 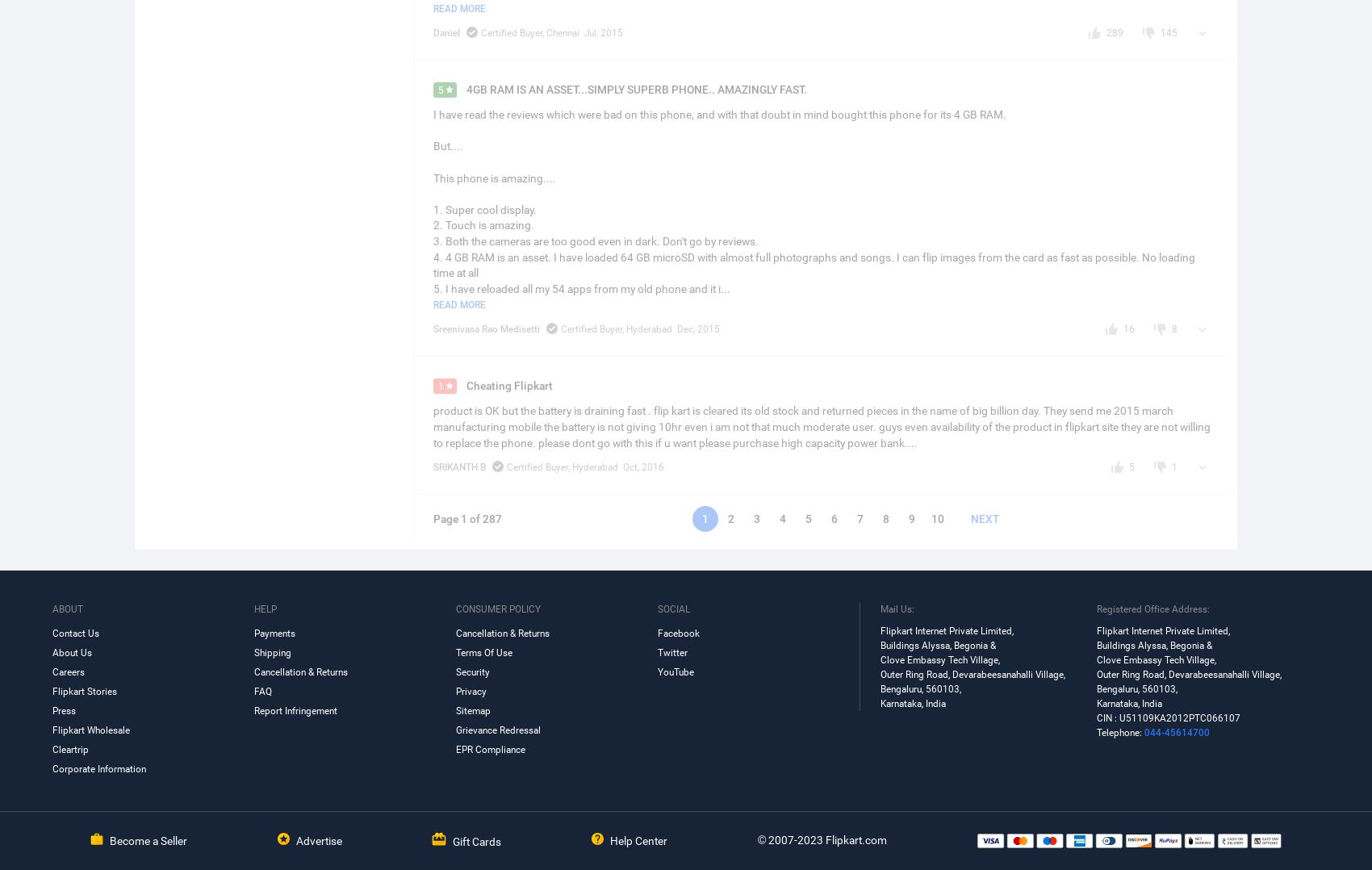 What do you see at coordinates (471, 671) in the screenshot?
I see `'Security'` at bounding box center [471, 671].